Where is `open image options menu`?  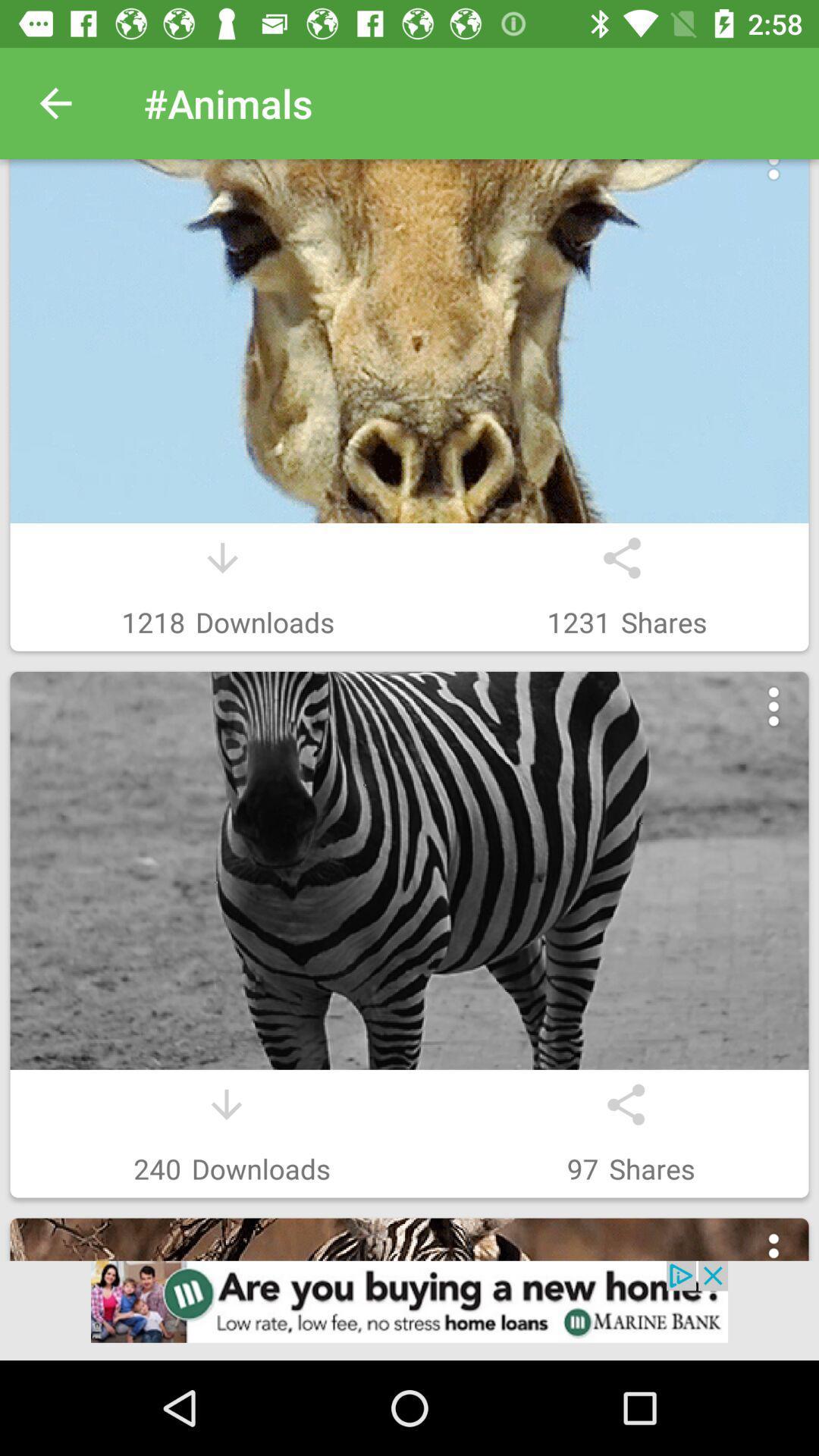 open image options menu is located at coordinates (773, 1253).